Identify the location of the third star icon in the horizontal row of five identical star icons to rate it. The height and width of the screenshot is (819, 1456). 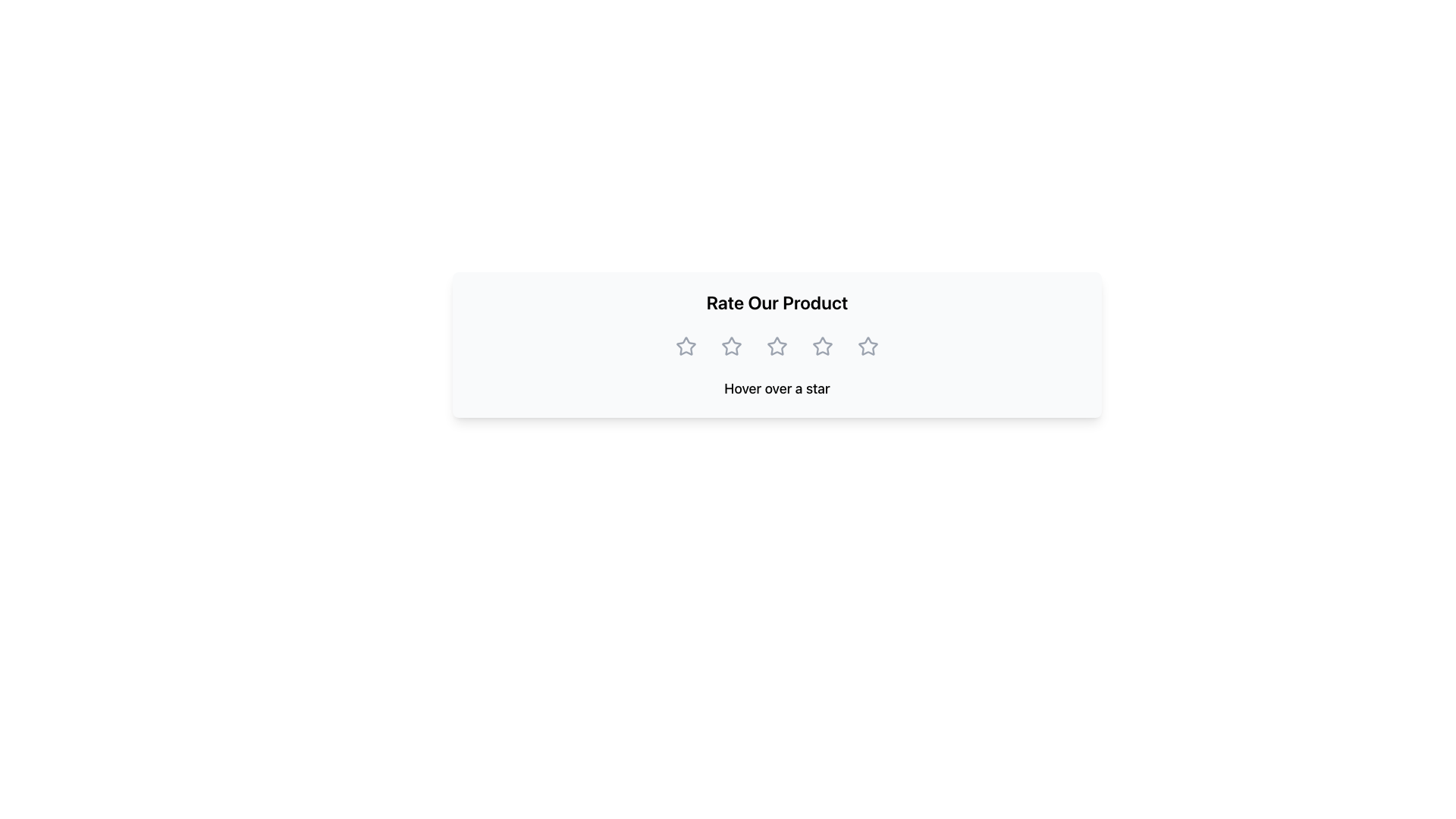
(821, 346).